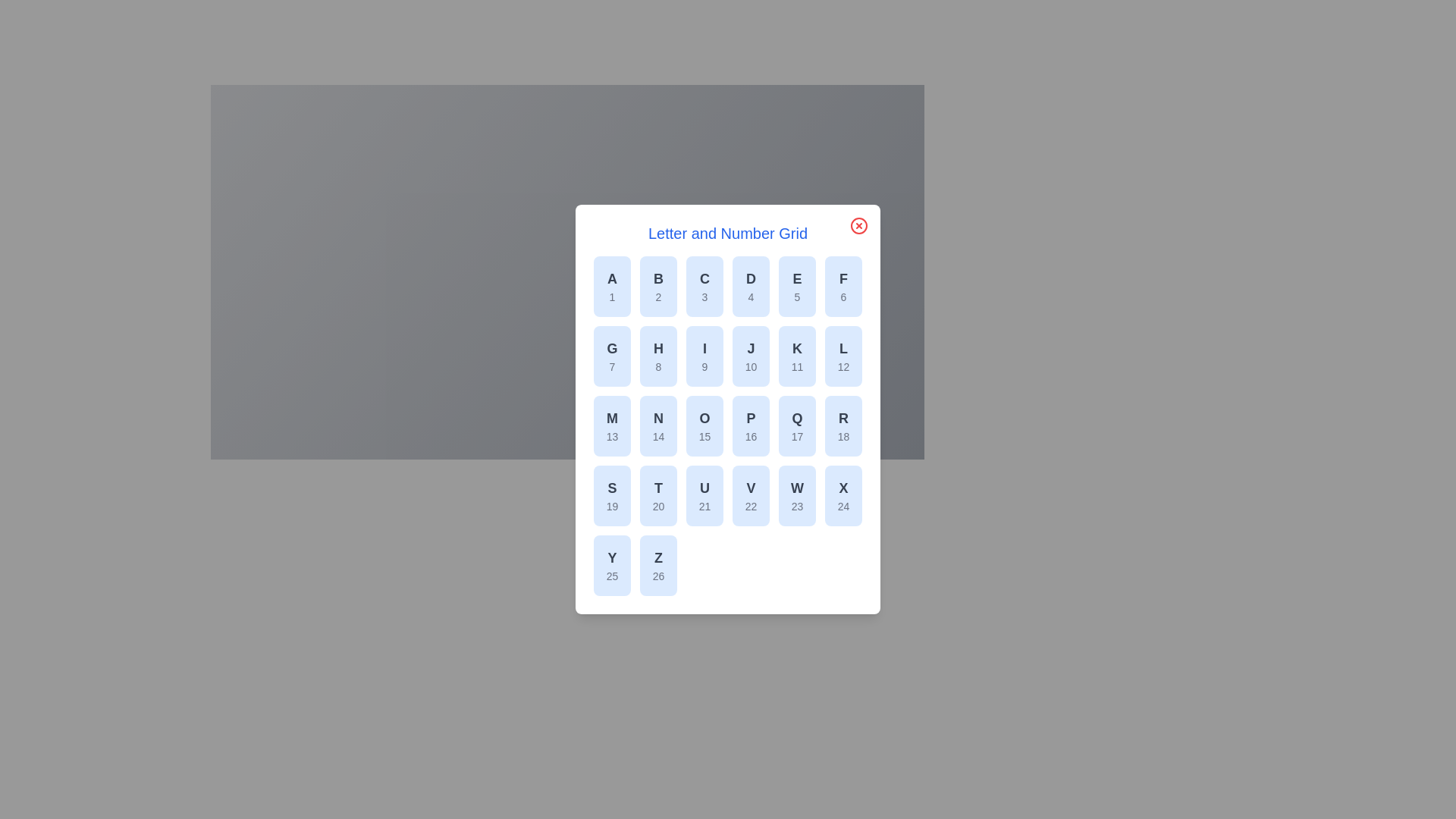 This screenshot has width=1456, height=819. Describe the element at coordinates (858, 225) in the screenshot. I see `the close button to dismiss the dialog` at that location.